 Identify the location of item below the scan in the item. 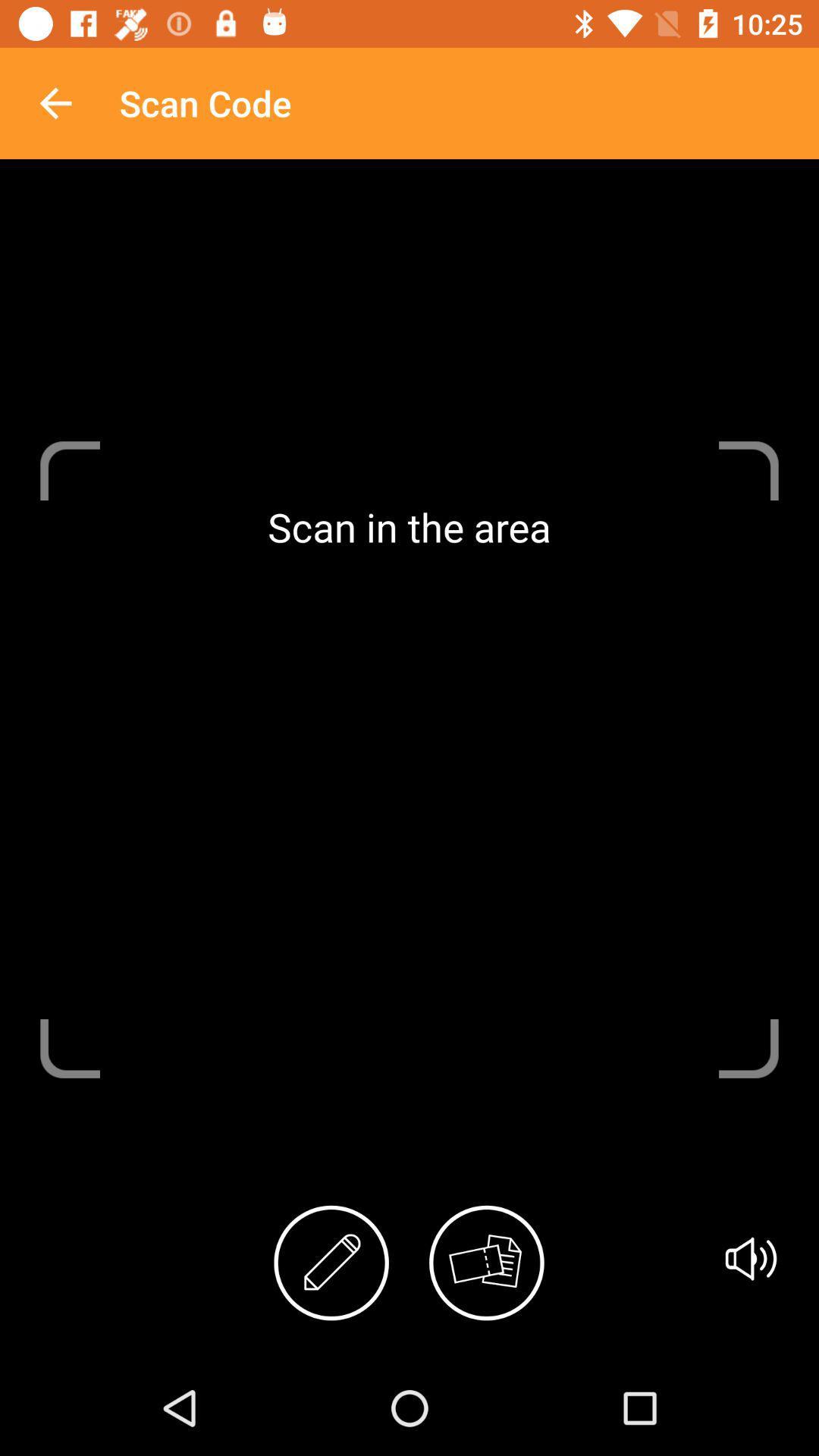
(331, 1263).